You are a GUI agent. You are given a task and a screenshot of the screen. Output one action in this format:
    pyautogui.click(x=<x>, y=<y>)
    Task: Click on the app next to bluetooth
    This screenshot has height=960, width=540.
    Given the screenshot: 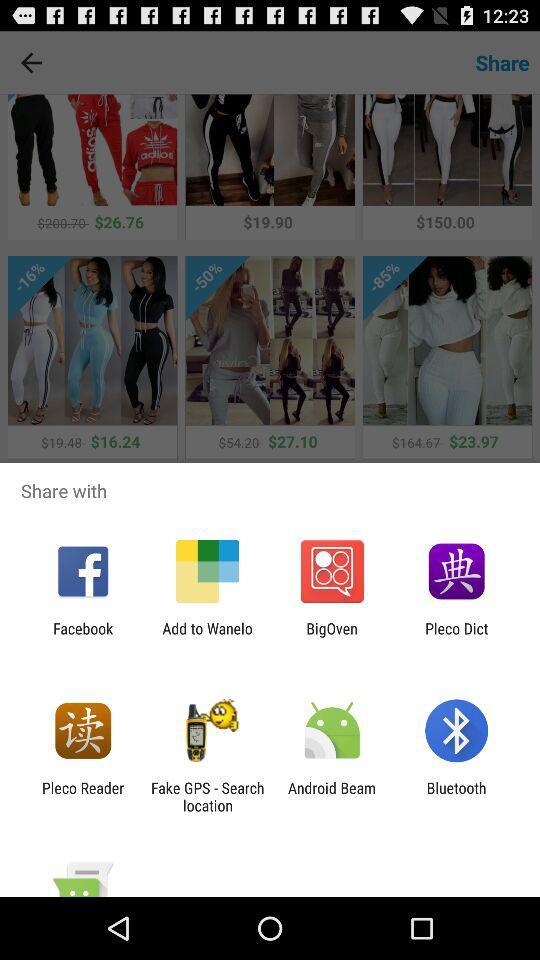 What is the action you would take?
    pyautogui.click(x=332, y=796)
    